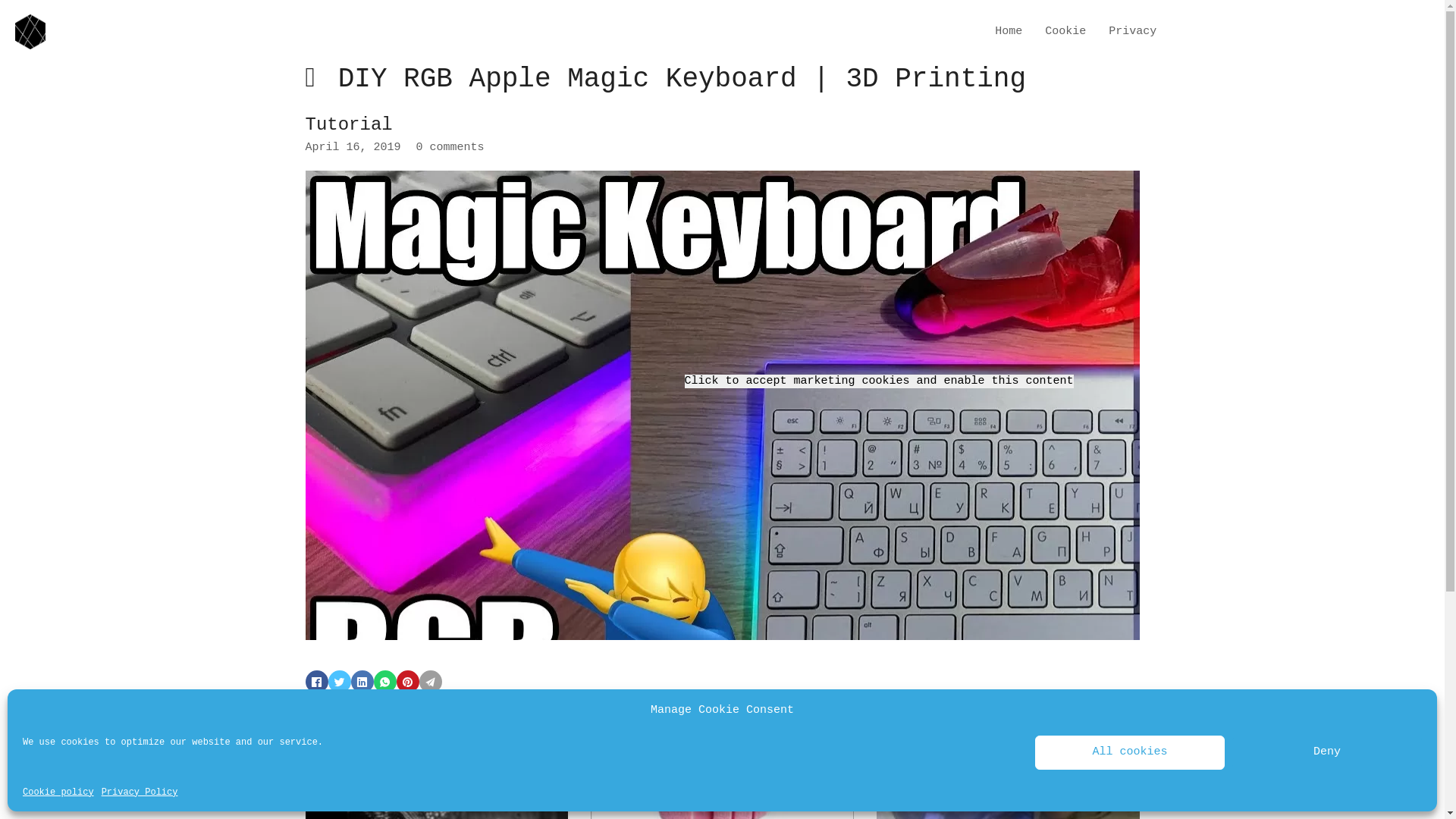  I want to click on 'Home', so click(994, 32).